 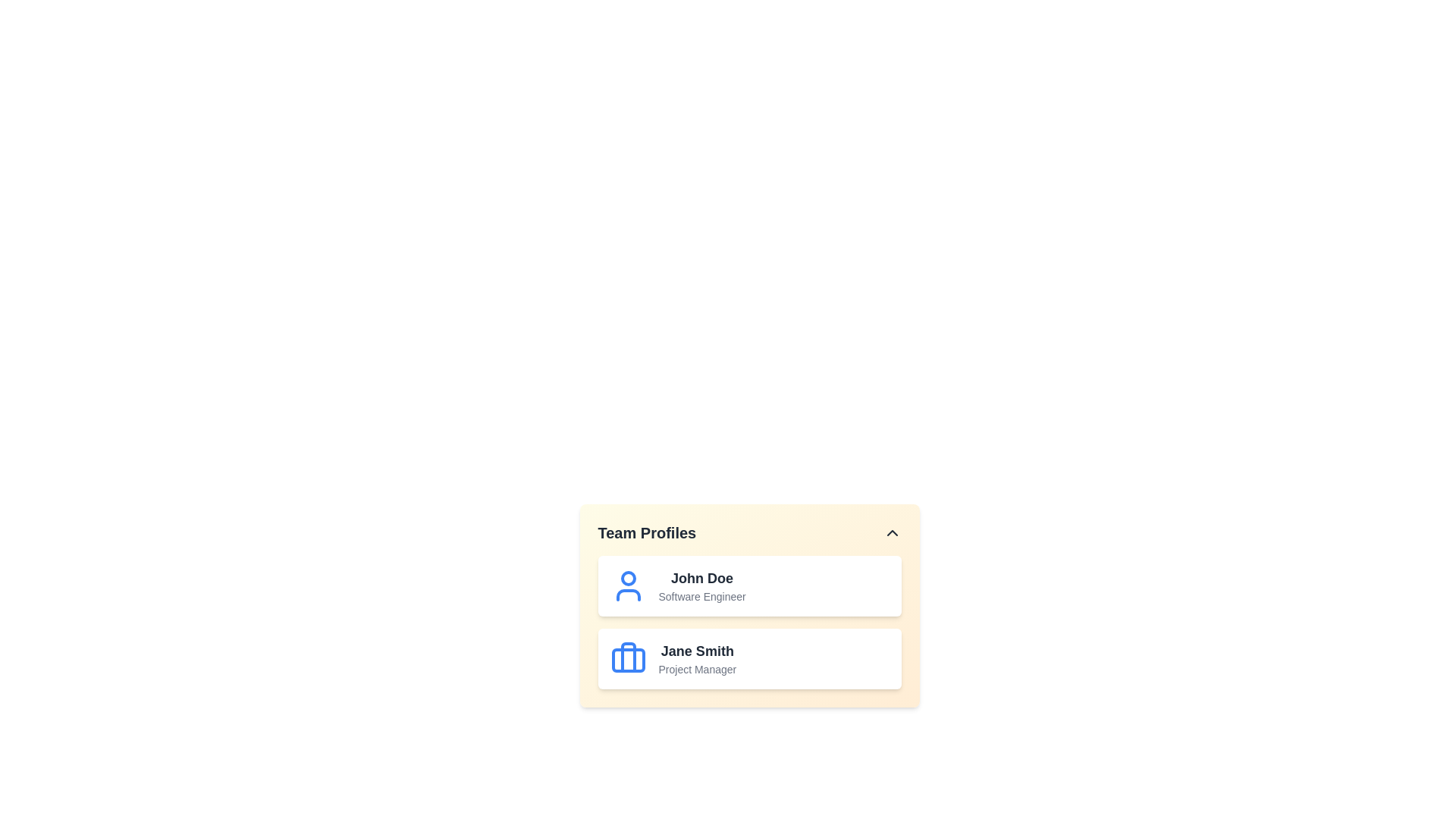 I want to click on the chevron-shaped icon button located, so click(x=892, y=532).